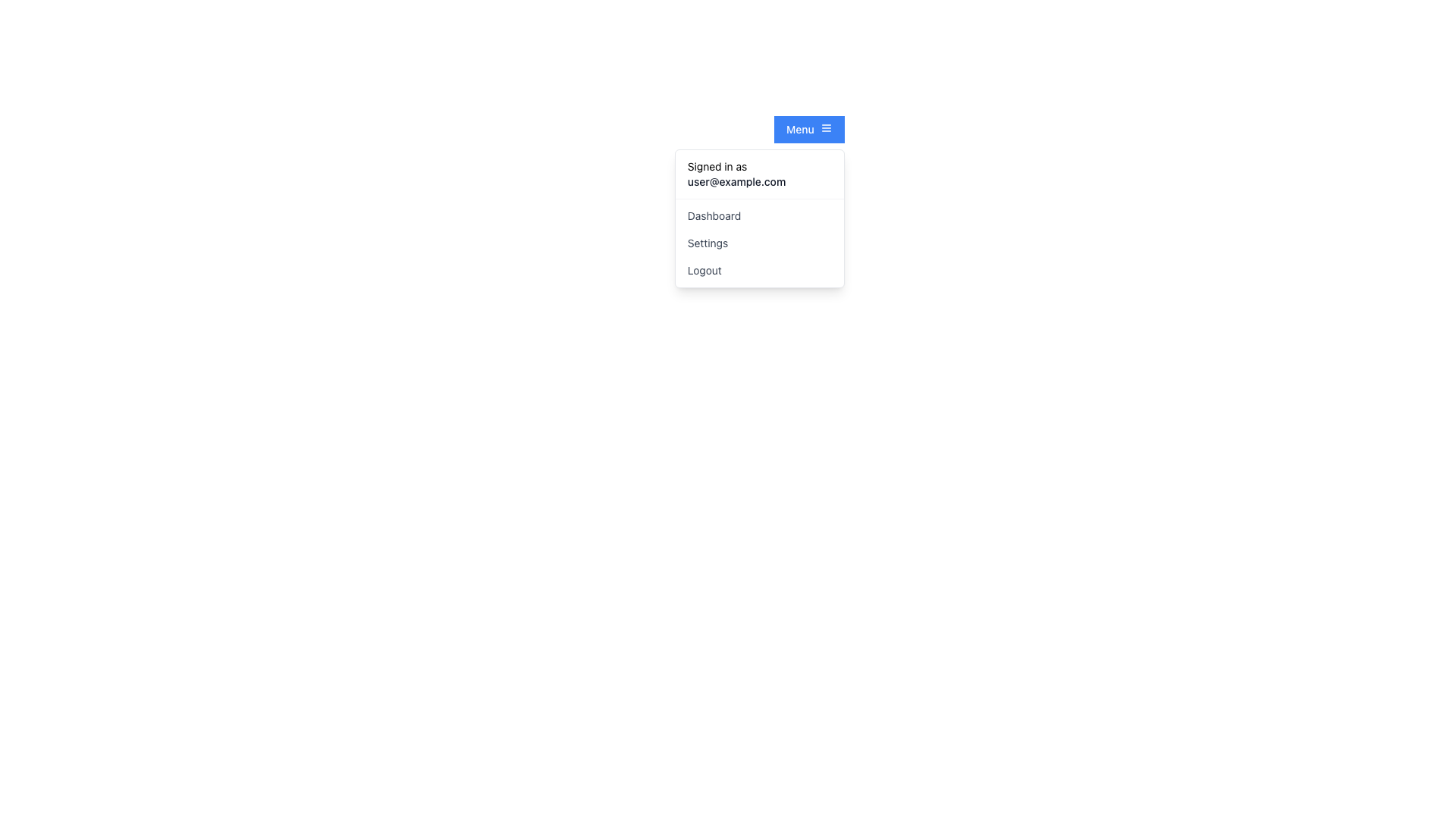  What do you see at coordinates (808, 128) in the screenshot?
I see `the toggle button located at the top-right of the white dropdown menu` at bounding box center [808, 128].